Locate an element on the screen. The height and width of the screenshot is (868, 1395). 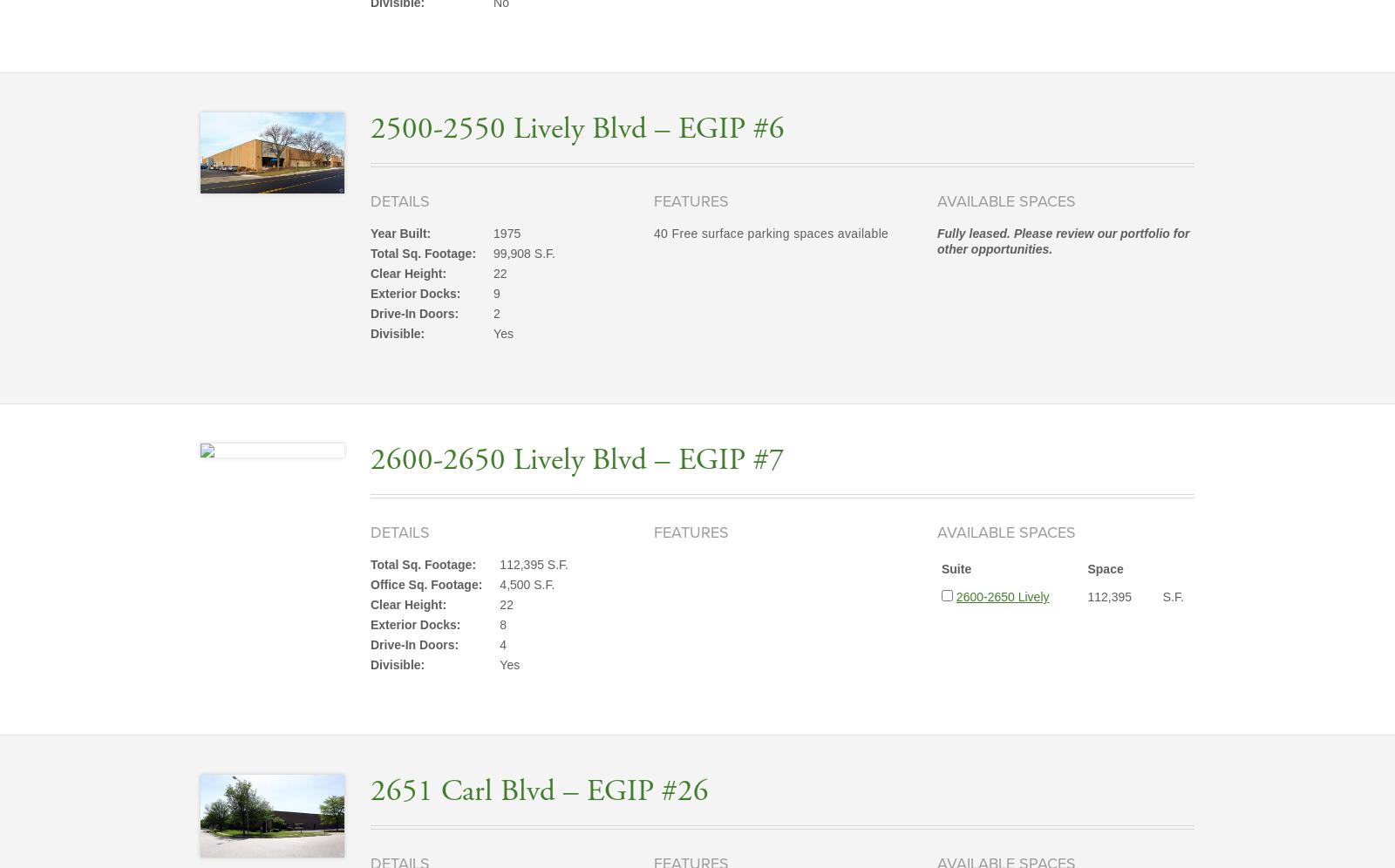
'Office Sq. Footage:' is located at coordinates (425, 585).